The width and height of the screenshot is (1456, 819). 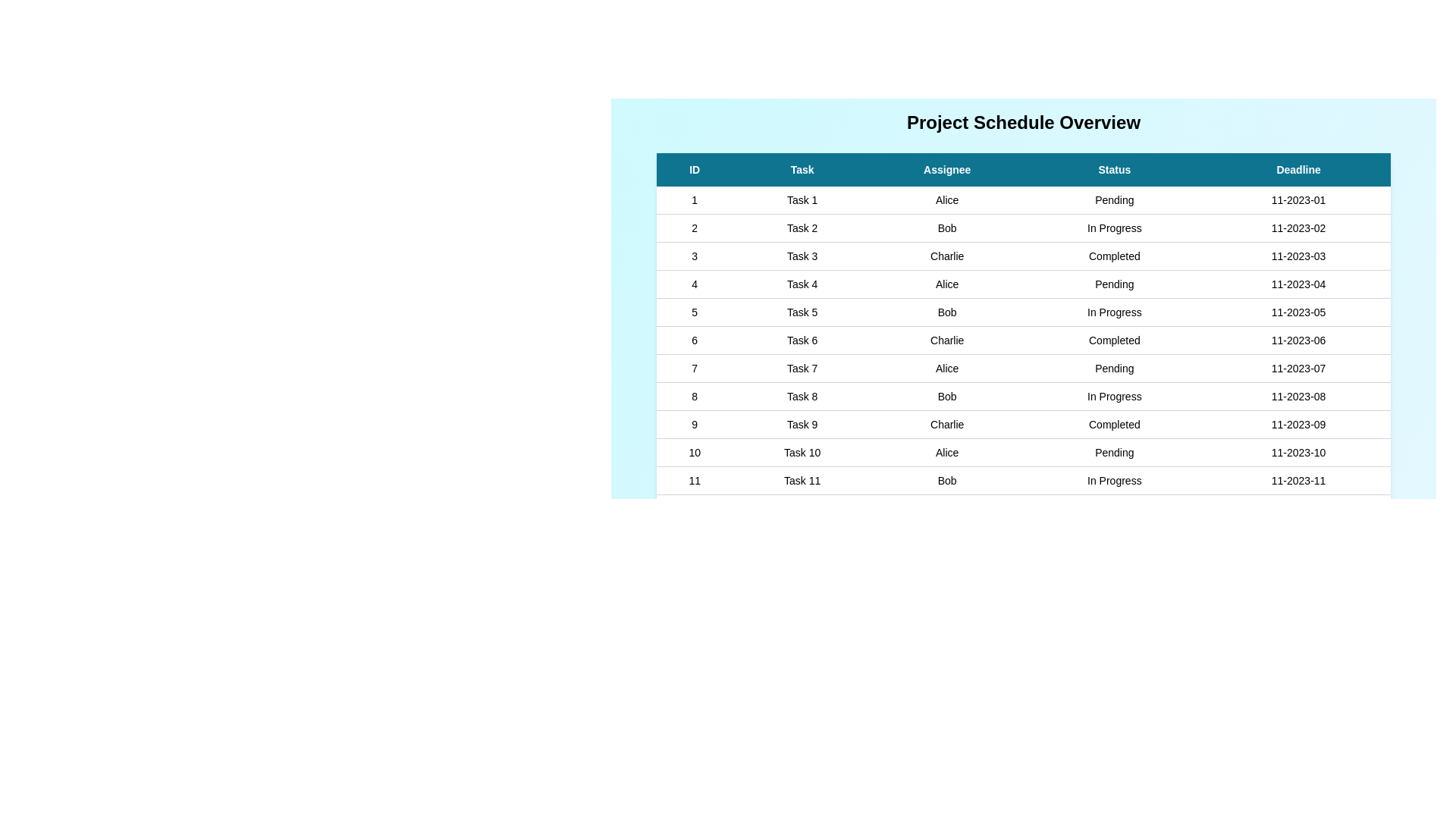 I want to click on the header of the column ID to sort the table by that column, so click(x=694, y=169).